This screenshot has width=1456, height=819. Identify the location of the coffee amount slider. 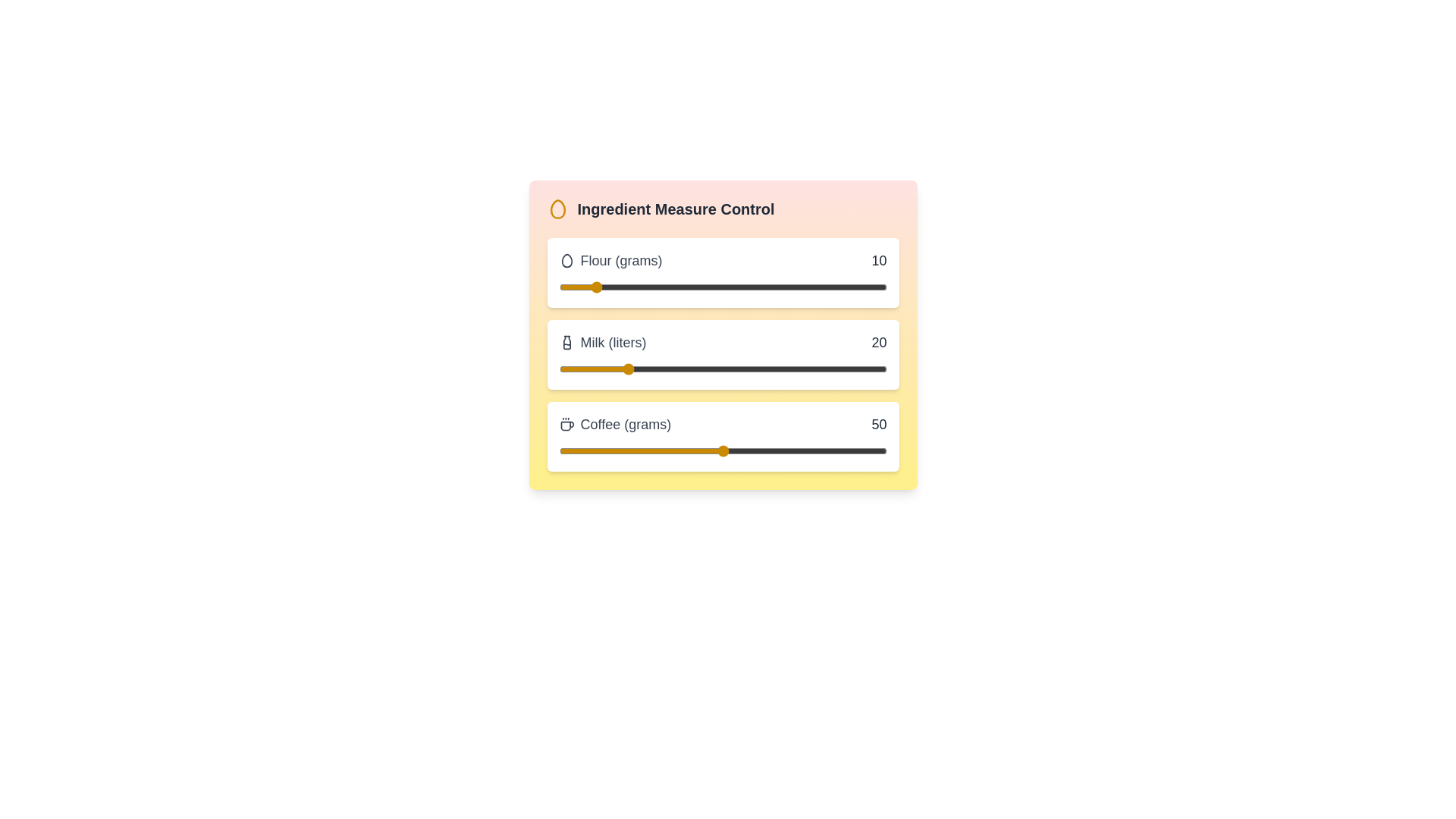
(561, 450).